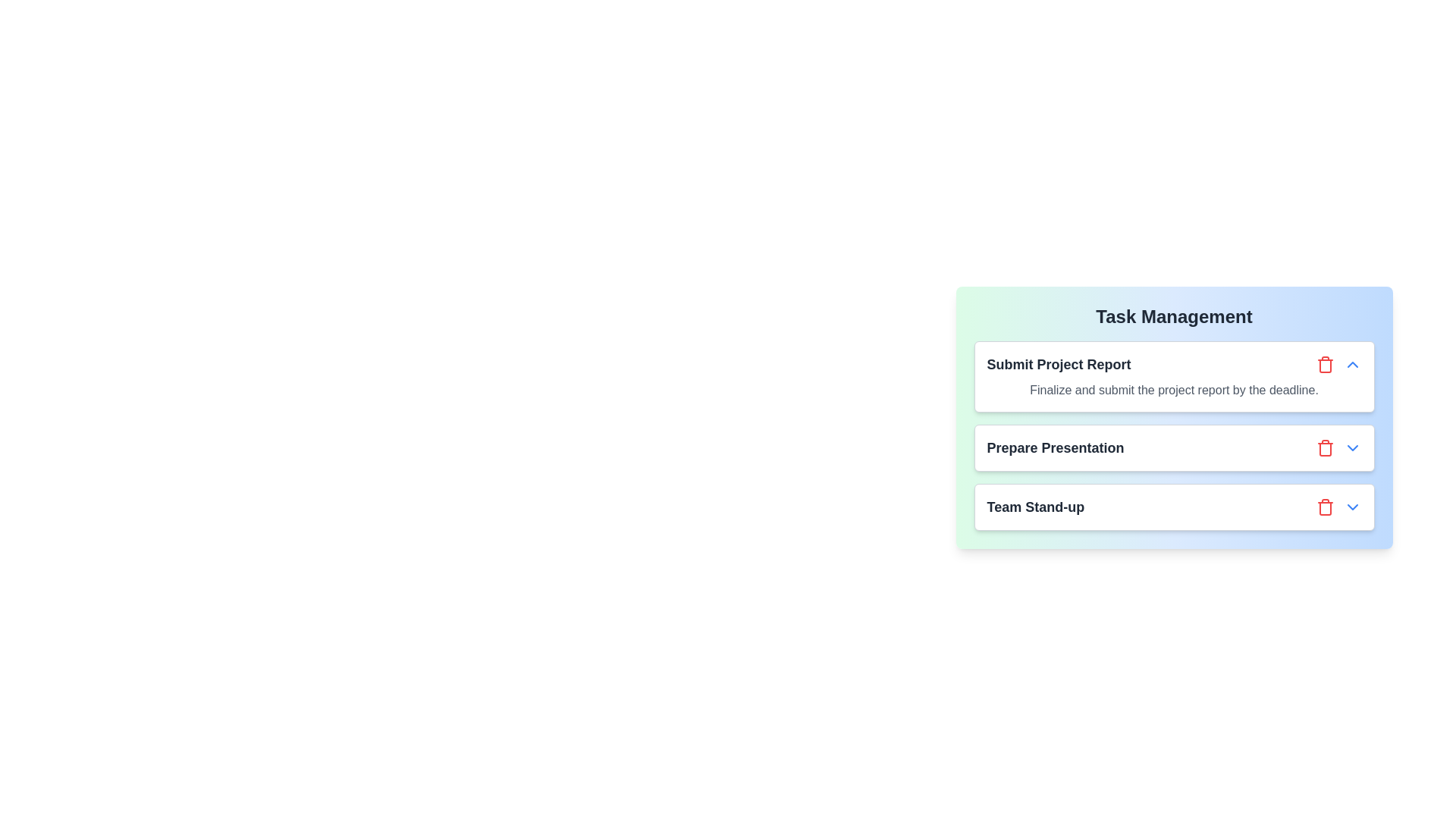  What do you see at coordinates (1055, 447) in the screenshot?
I see `the 'Prepare Presentation' text label, which is styled in bold and dark color, located in the second row of the 'Task Management' list` at bounding box center [1055, 447].